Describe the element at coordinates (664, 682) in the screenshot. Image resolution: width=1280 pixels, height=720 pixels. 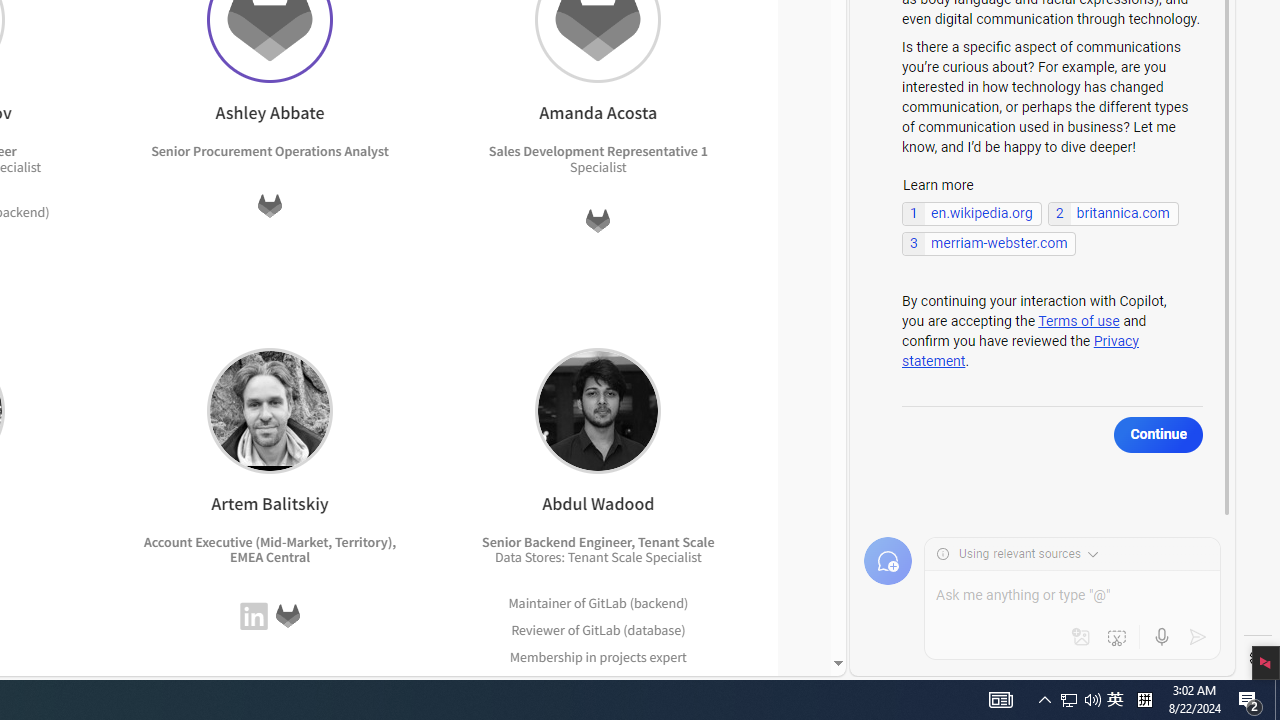
I see `'expert'` at that location.